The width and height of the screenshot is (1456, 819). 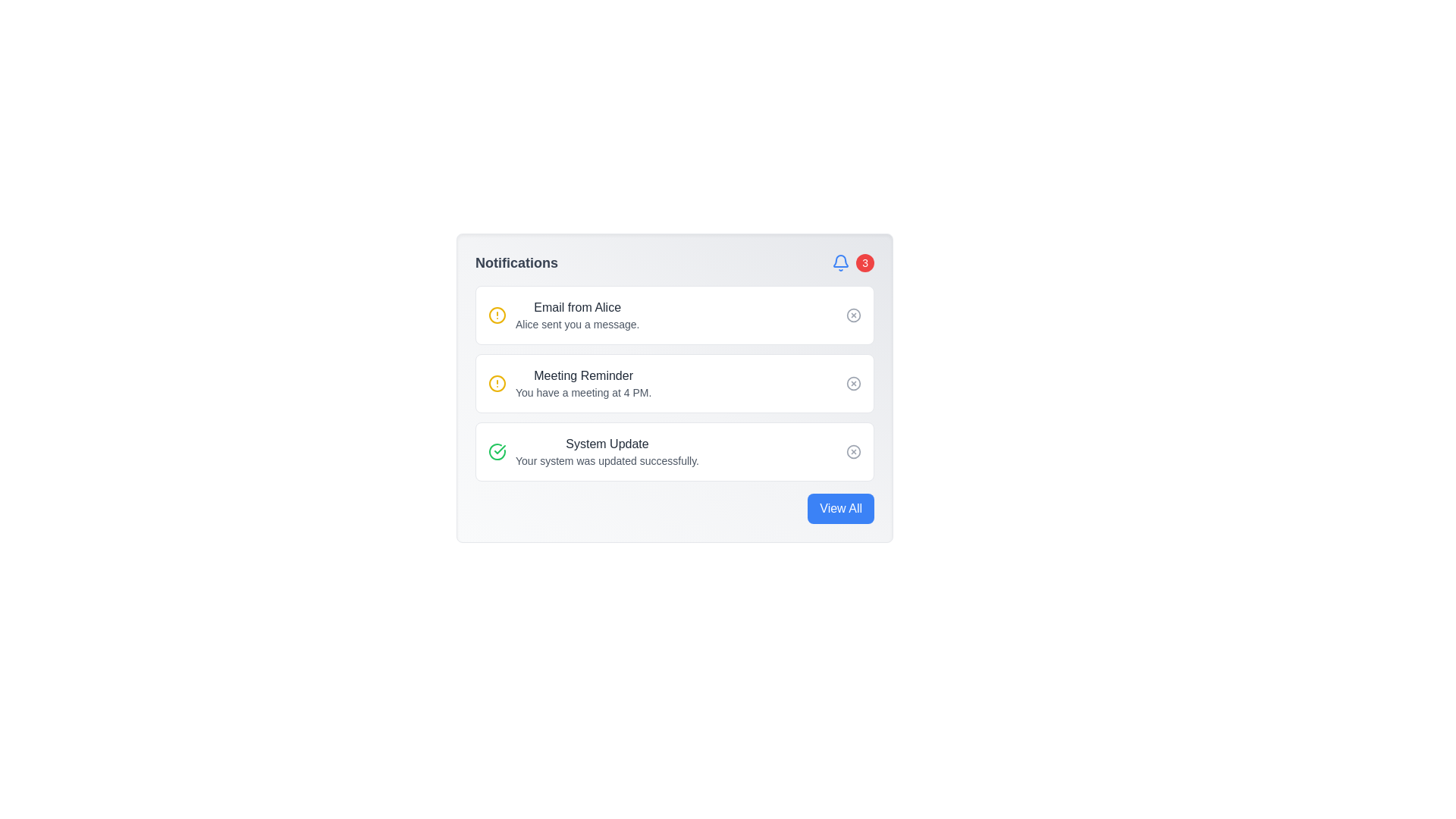 What do you see at coordinates (576, 324) in the screenshot?
I see `the static text element providing additional context for the notification titled 'Email from Alice', located in the first notification block of the notification panel` at bounding box center [576, 324].